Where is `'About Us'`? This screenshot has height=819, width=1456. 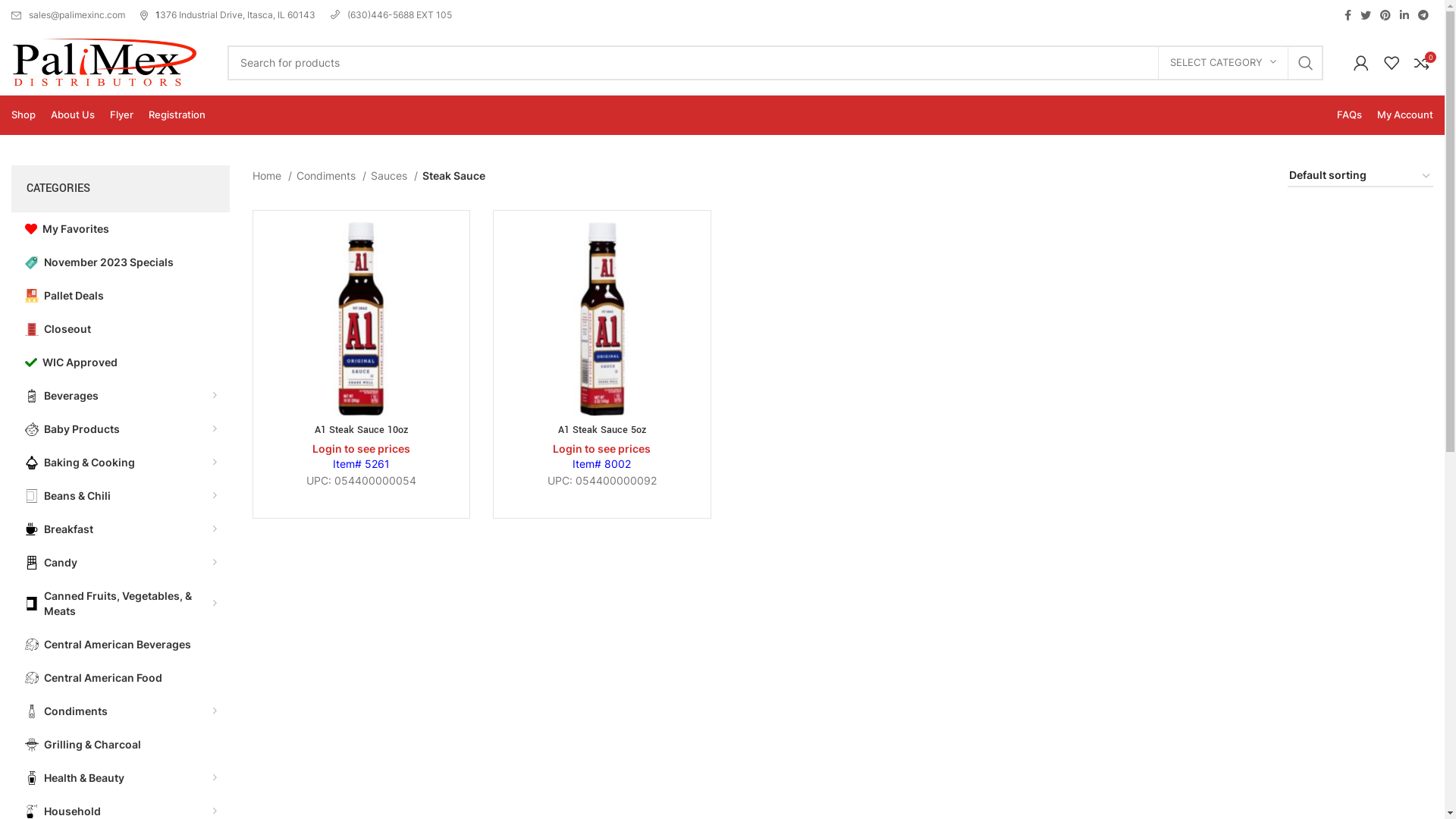
'About Us' is located at coordinates (51, 114).